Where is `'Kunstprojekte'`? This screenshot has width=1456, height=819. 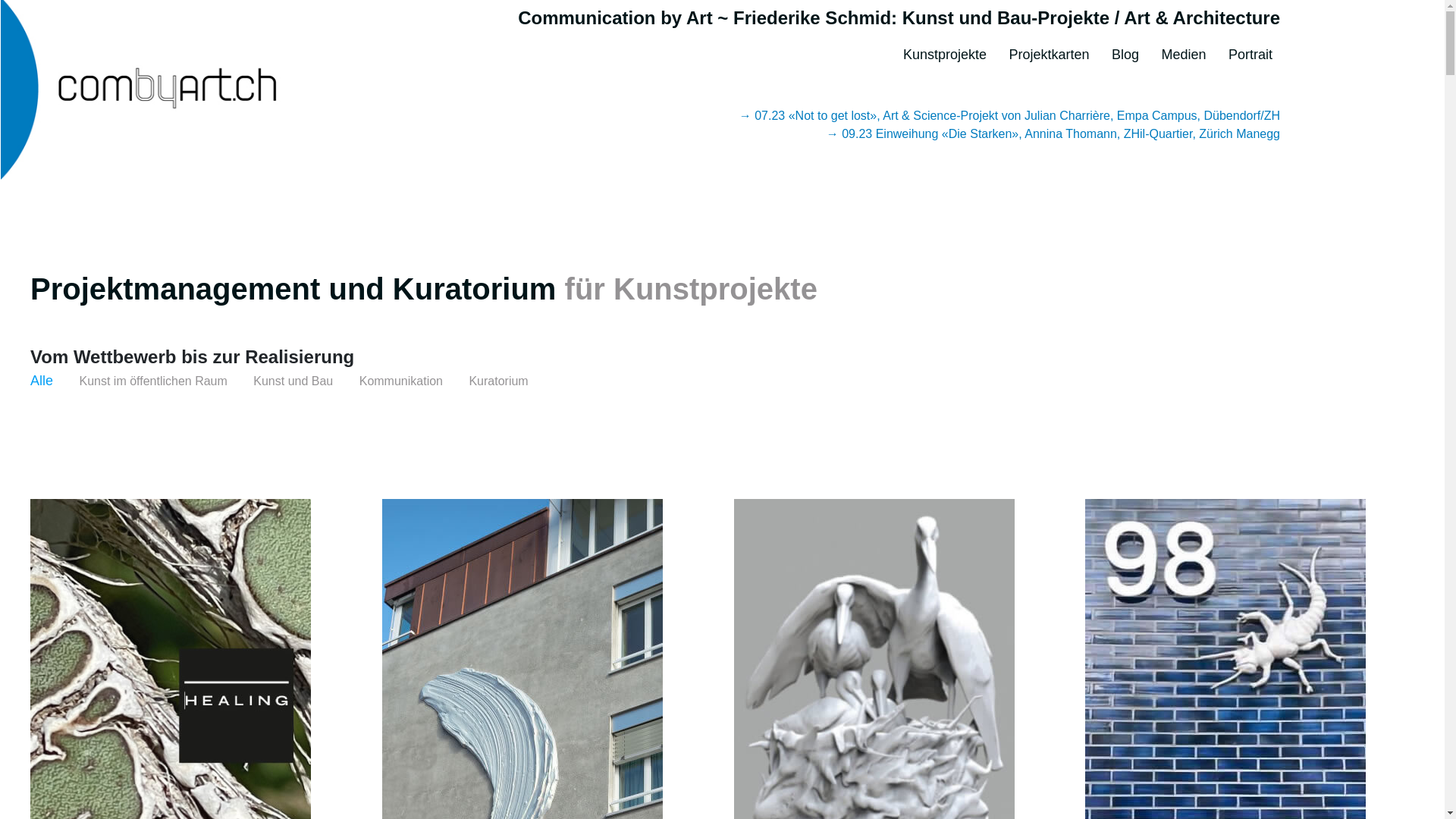
'Kunstprojekte' is located at coordinates (944, 49).